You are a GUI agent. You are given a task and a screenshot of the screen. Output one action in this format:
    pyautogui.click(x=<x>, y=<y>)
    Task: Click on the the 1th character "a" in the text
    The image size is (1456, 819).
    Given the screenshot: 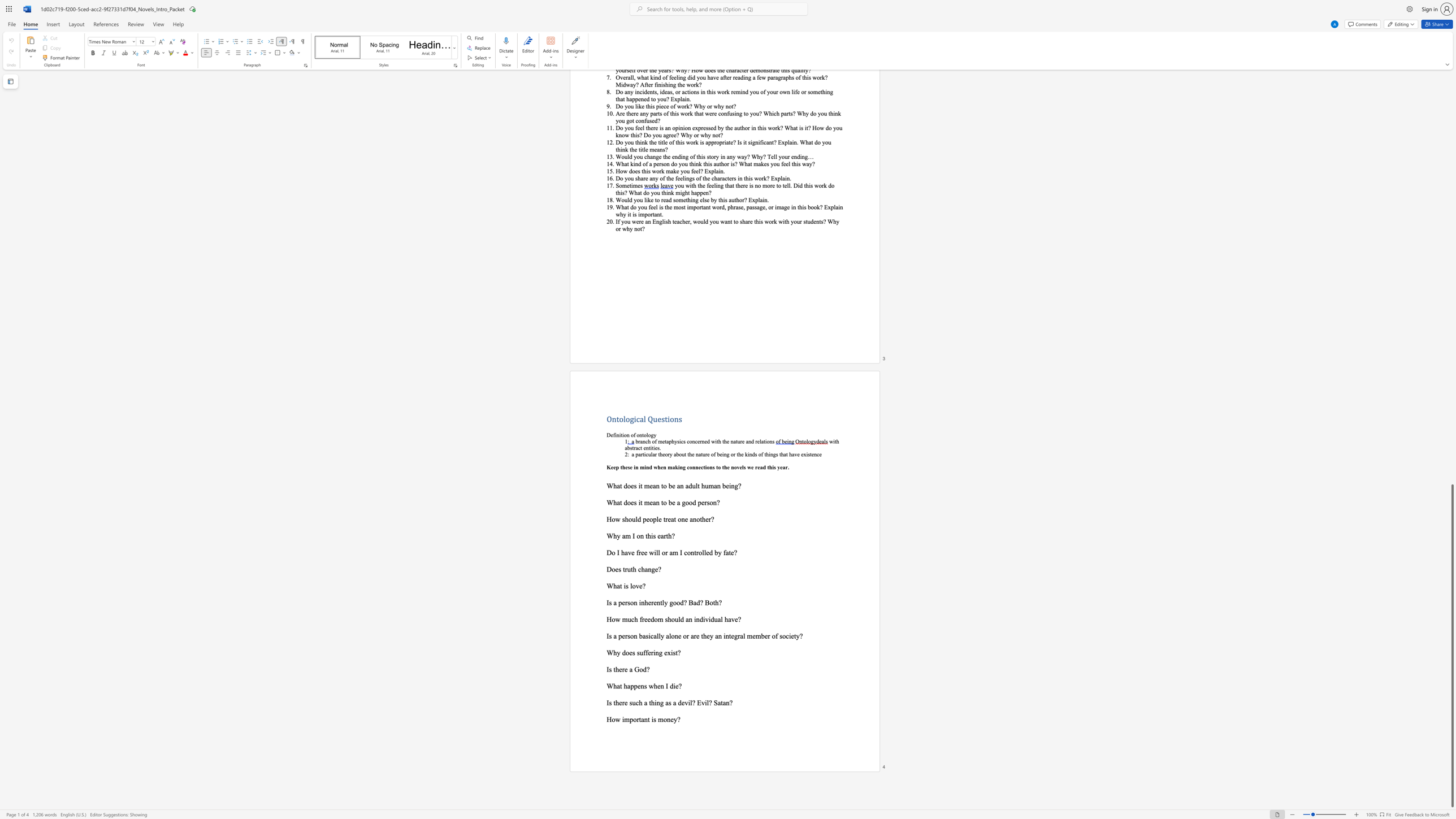 What is the action you would take?
    pyautogui.click(x=618, y=686)
    